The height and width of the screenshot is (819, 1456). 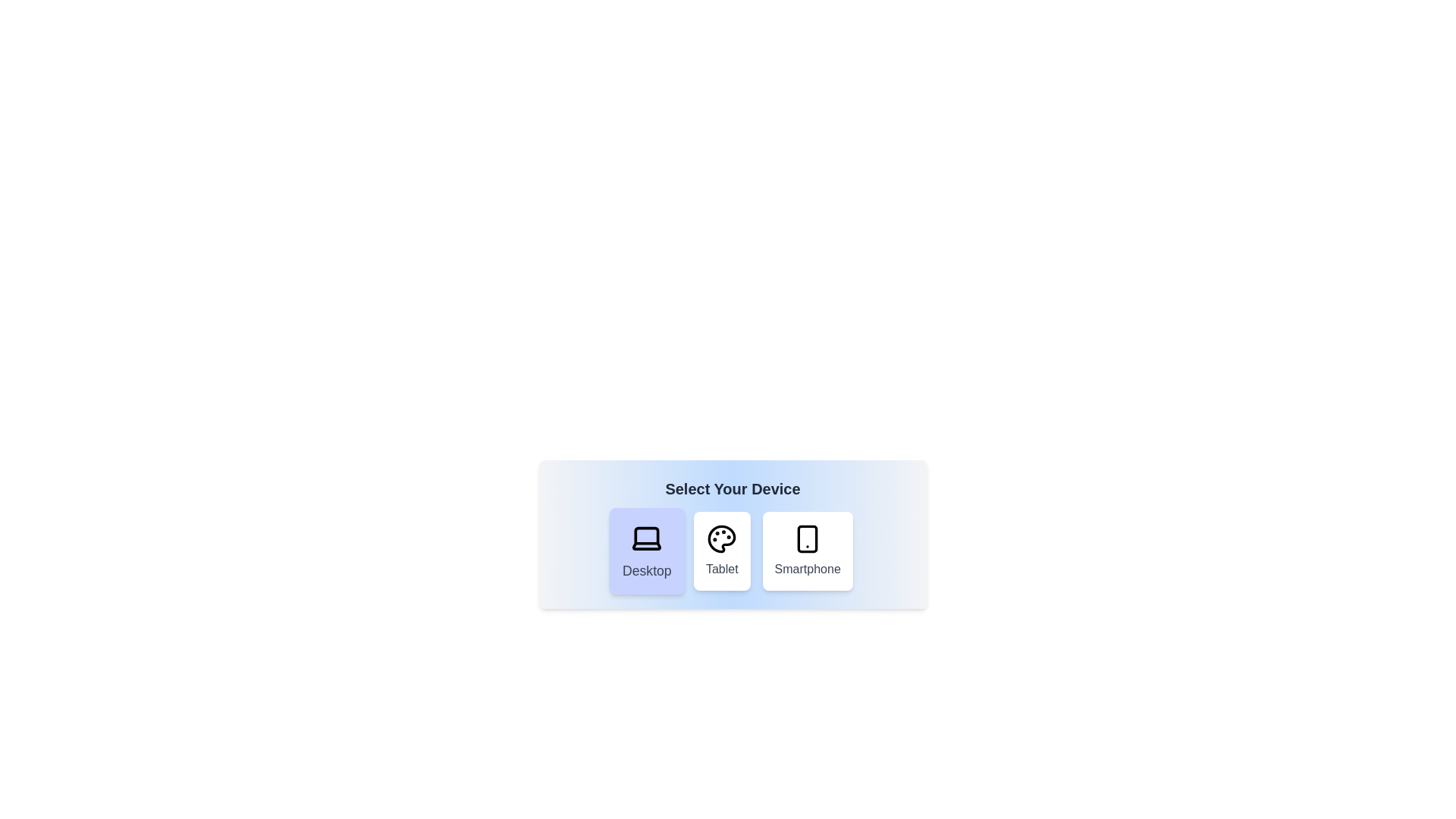 I want to click on the Interactive button to enable keyboard or accessibility tool interaction for selecting the 'Desktop' device option, so click(x=647, y=551).